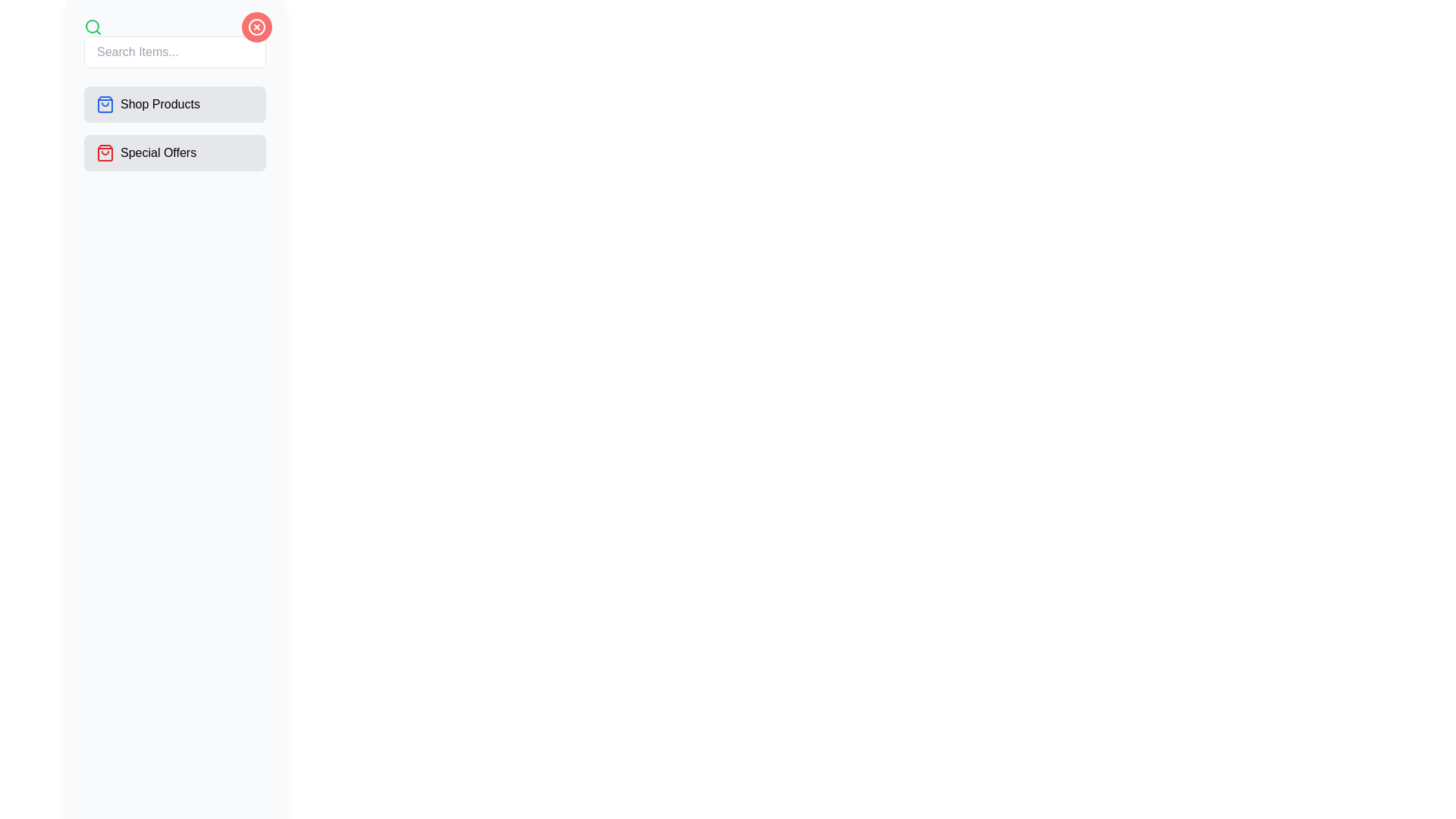 Image resolution: width=1456 pixels, height=819 pixels. Describe the element at coordinates (115, 482) in the screenshot. I see `the toggle button to toggle the drawer state` at that location.